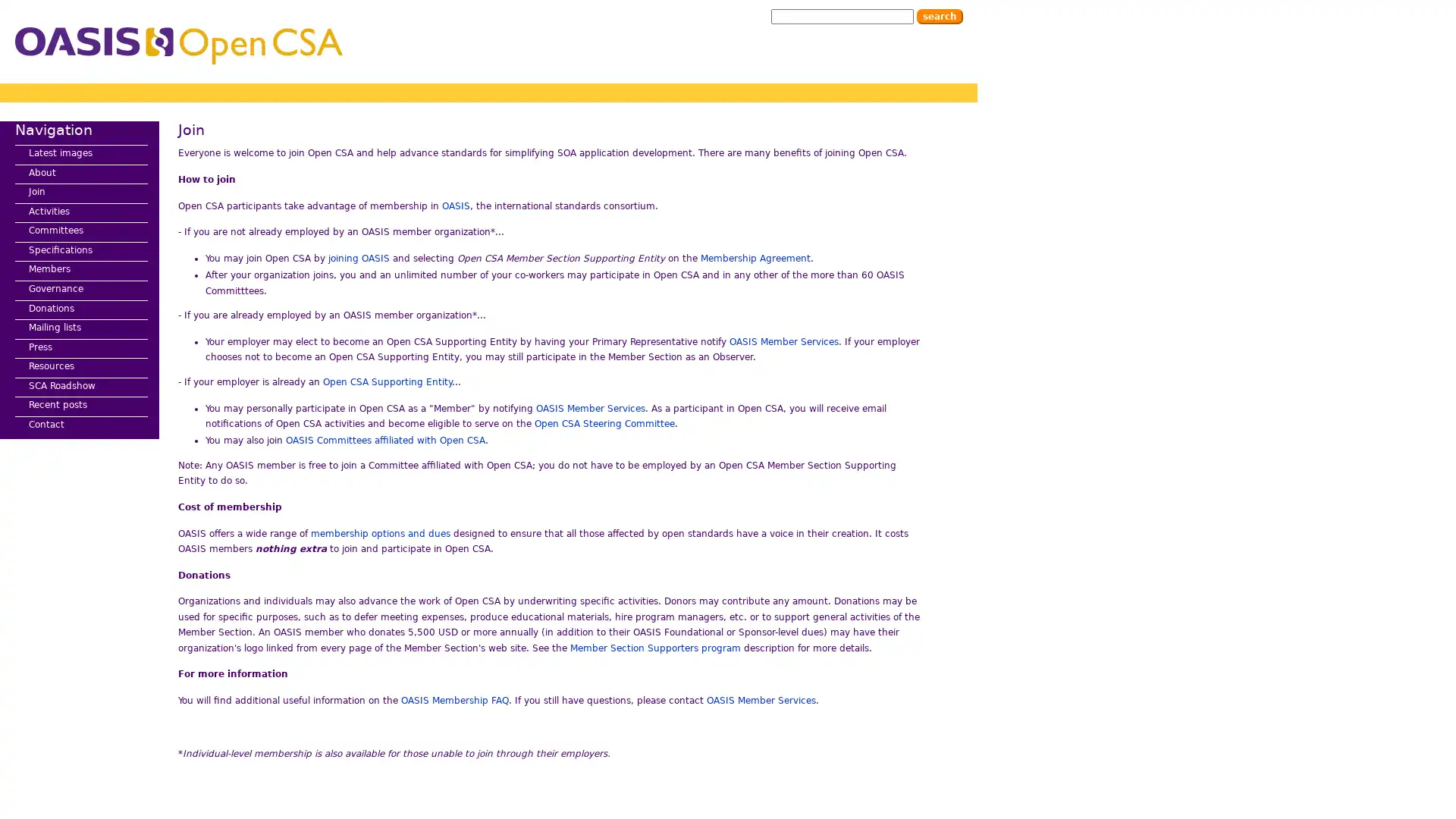 The height and width of the screenshot is (819, 1456). What do you see at coordinates (939, 17) in the screenshot?
I see `Search` at bounding box center [939, 17].